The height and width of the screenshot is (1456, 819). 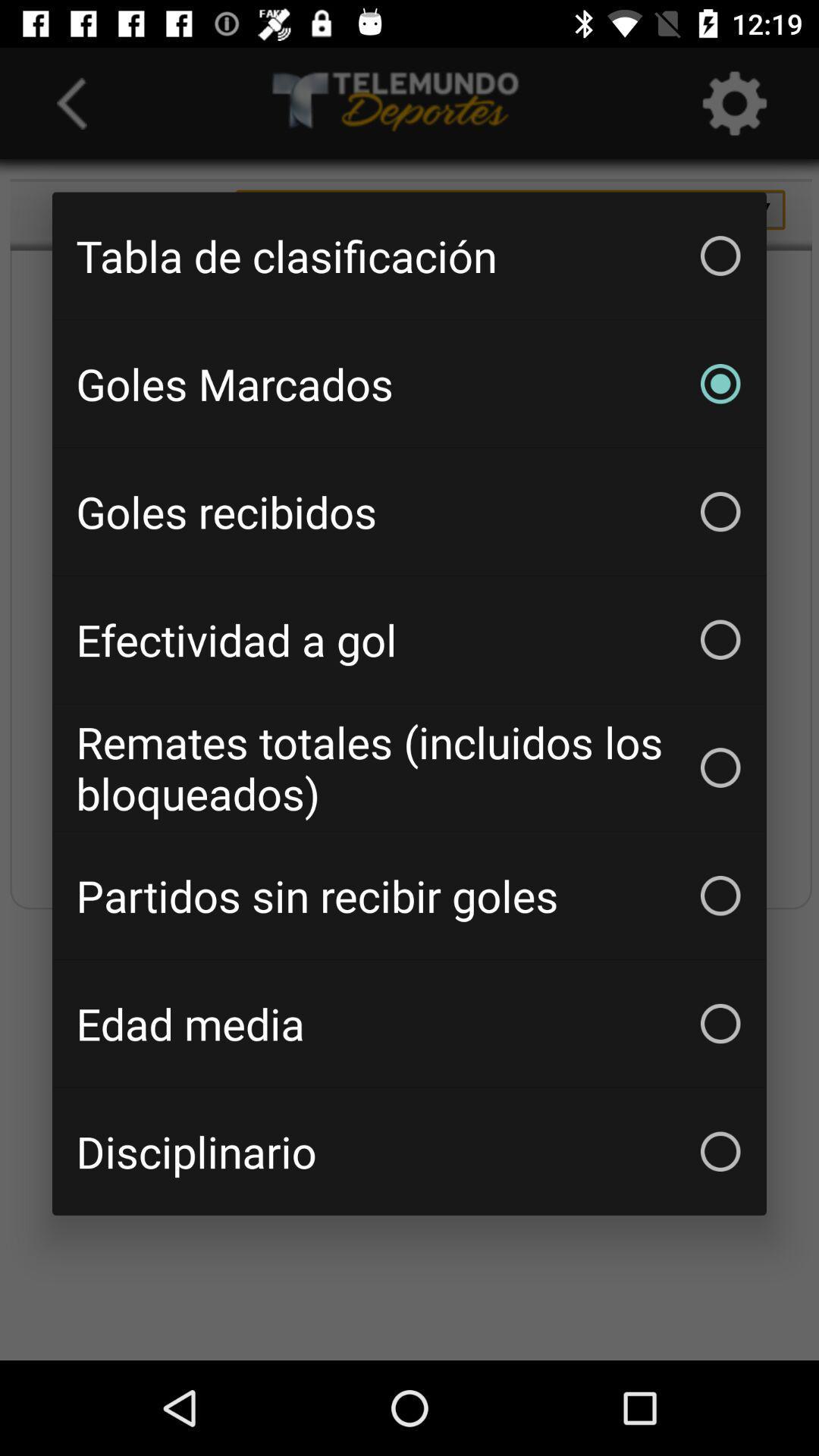 What do you see at coordinates (409, 767) in the screenshot?
I see `the icon below the efectividad a gol item` at bounding box center [409, 767].